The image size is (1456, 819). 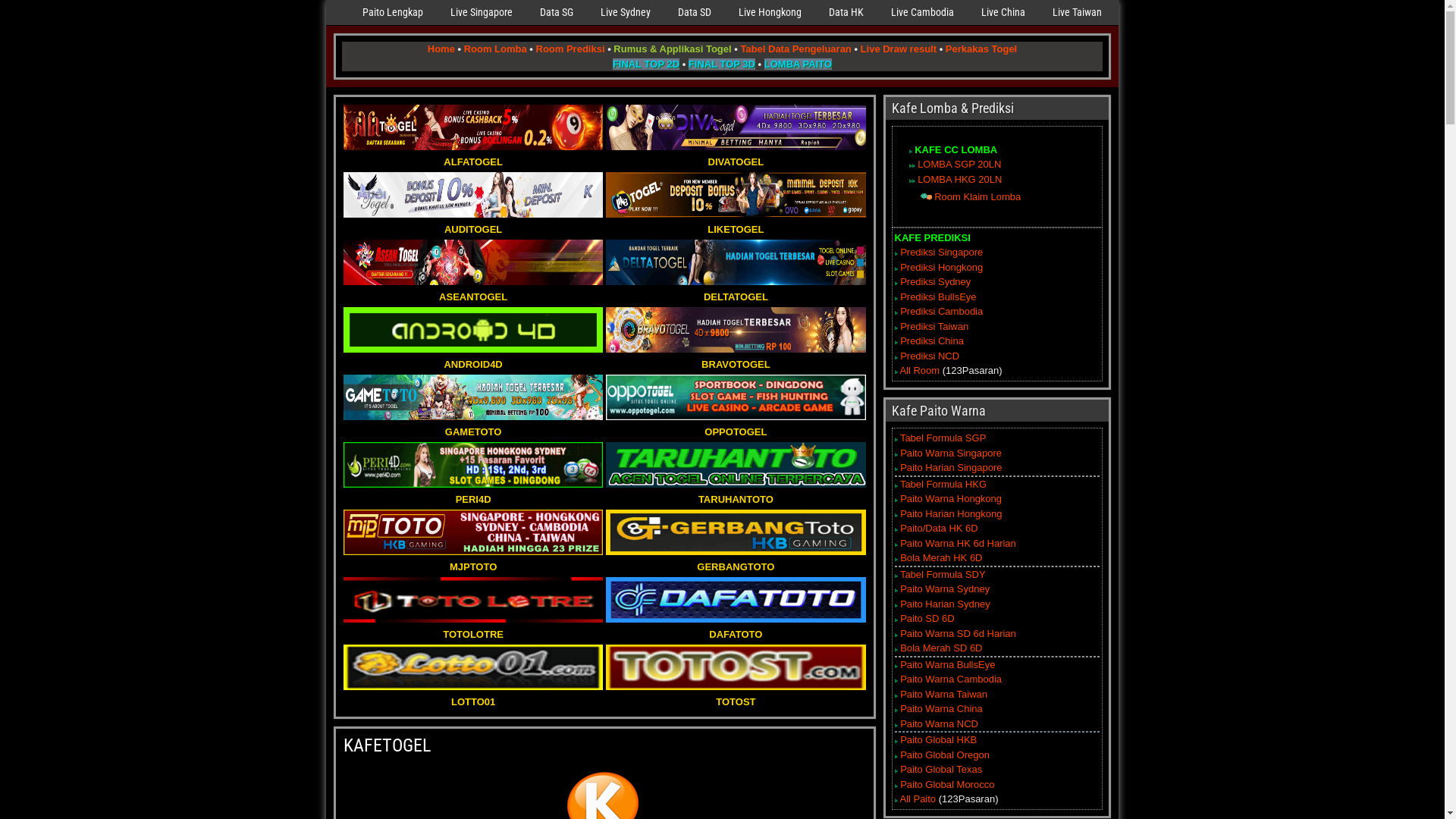 I want to click on 'Live Taiwan', so click(x=1037, y=12).